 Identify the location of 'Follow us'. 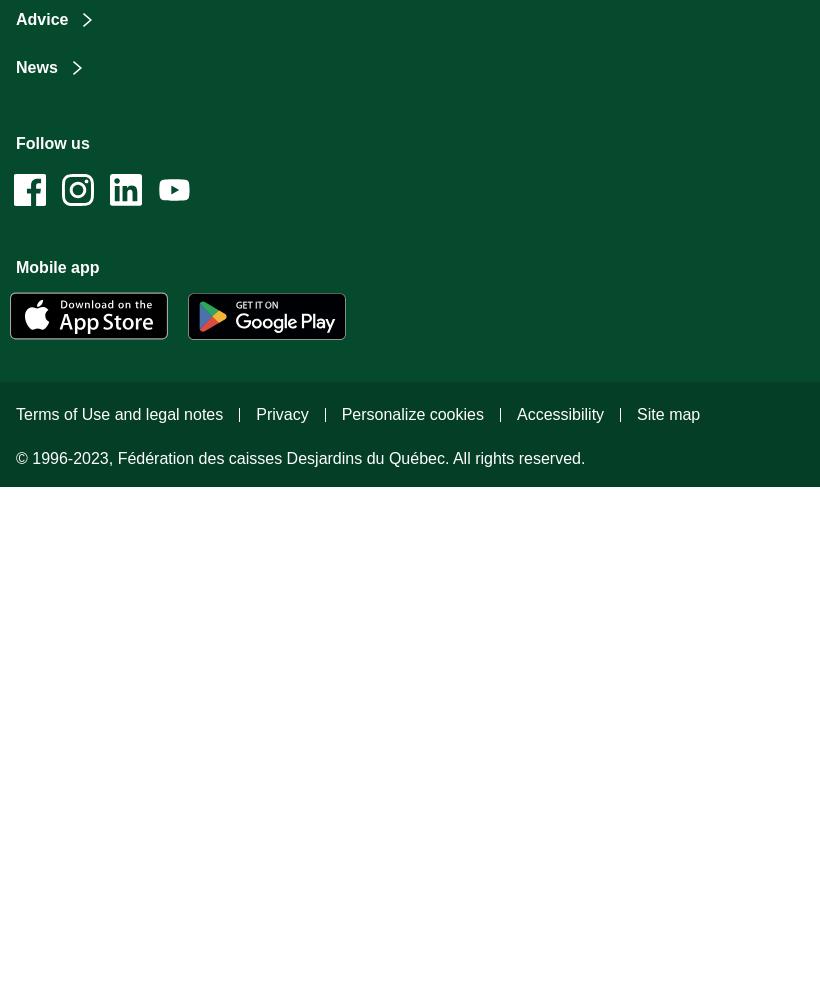
(52, 143).